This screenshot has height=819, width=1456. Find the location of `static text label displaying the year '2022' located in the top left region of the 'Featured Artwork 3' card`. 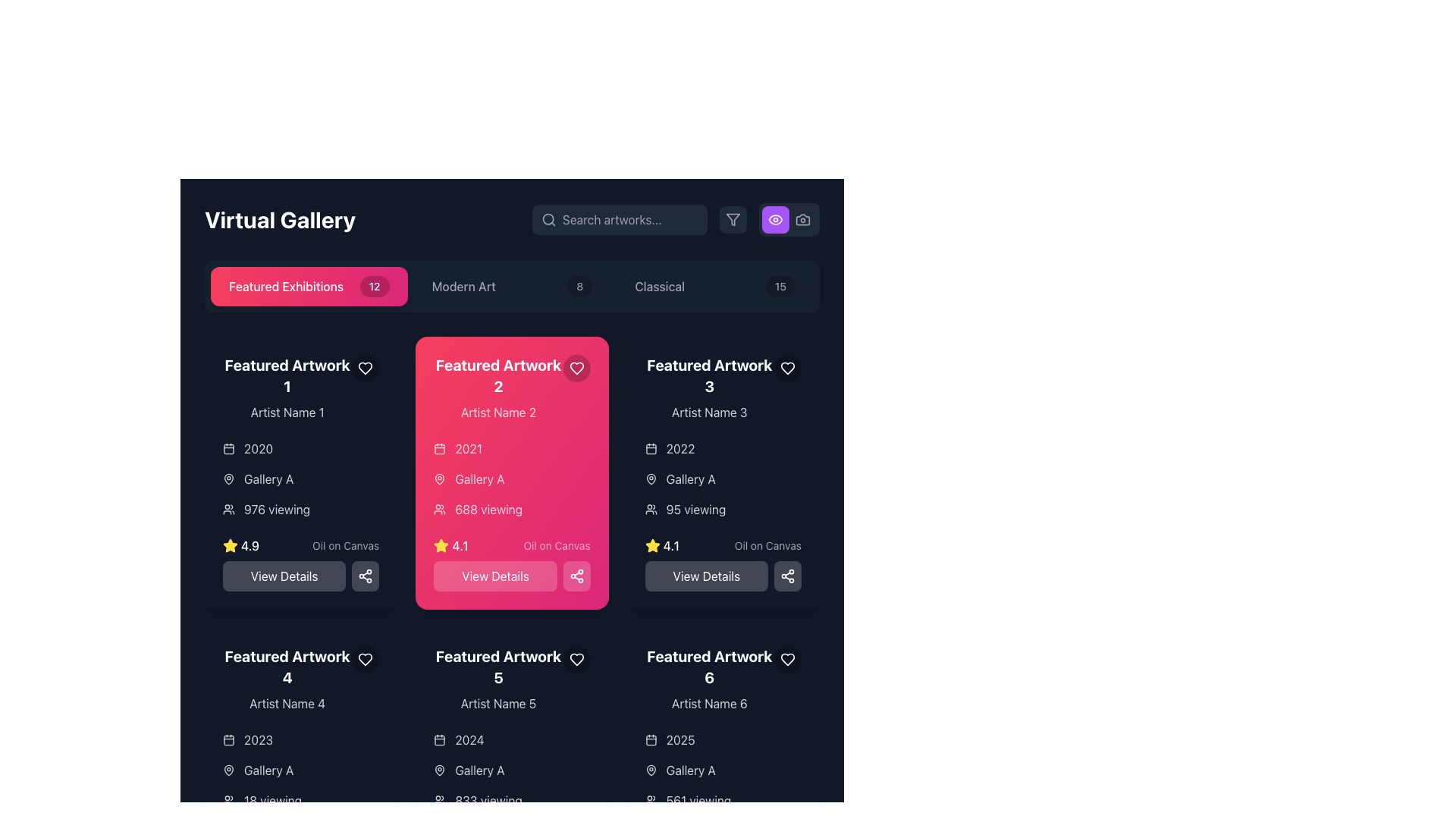

static text label displaying the year '2022' located in the top left region of the 'Featured Artwork 3' card is located at coordinates (679, 447).